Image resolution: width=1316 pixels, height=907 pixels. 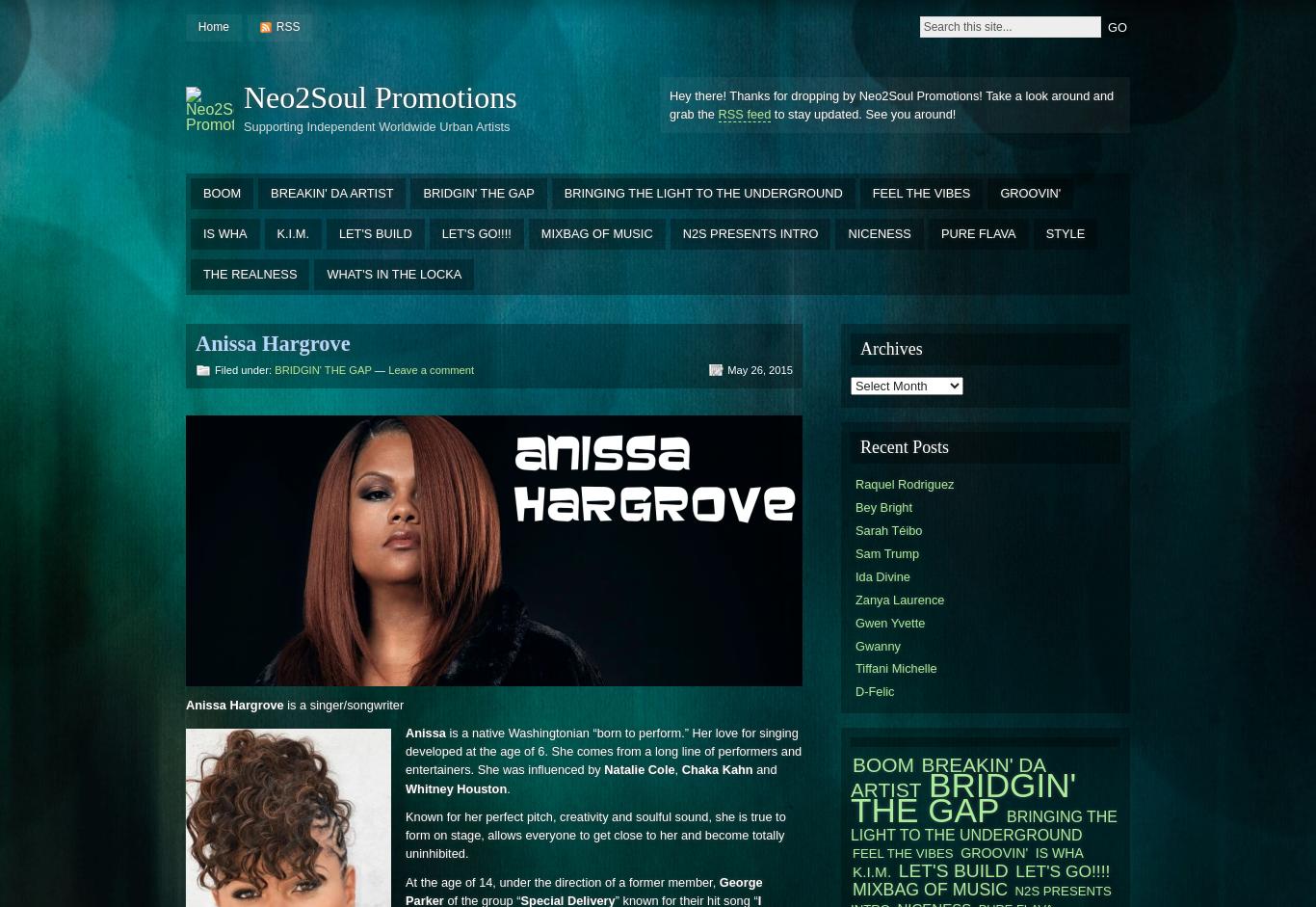 I want to click on 'Anissa', so click(x=424, y=732).